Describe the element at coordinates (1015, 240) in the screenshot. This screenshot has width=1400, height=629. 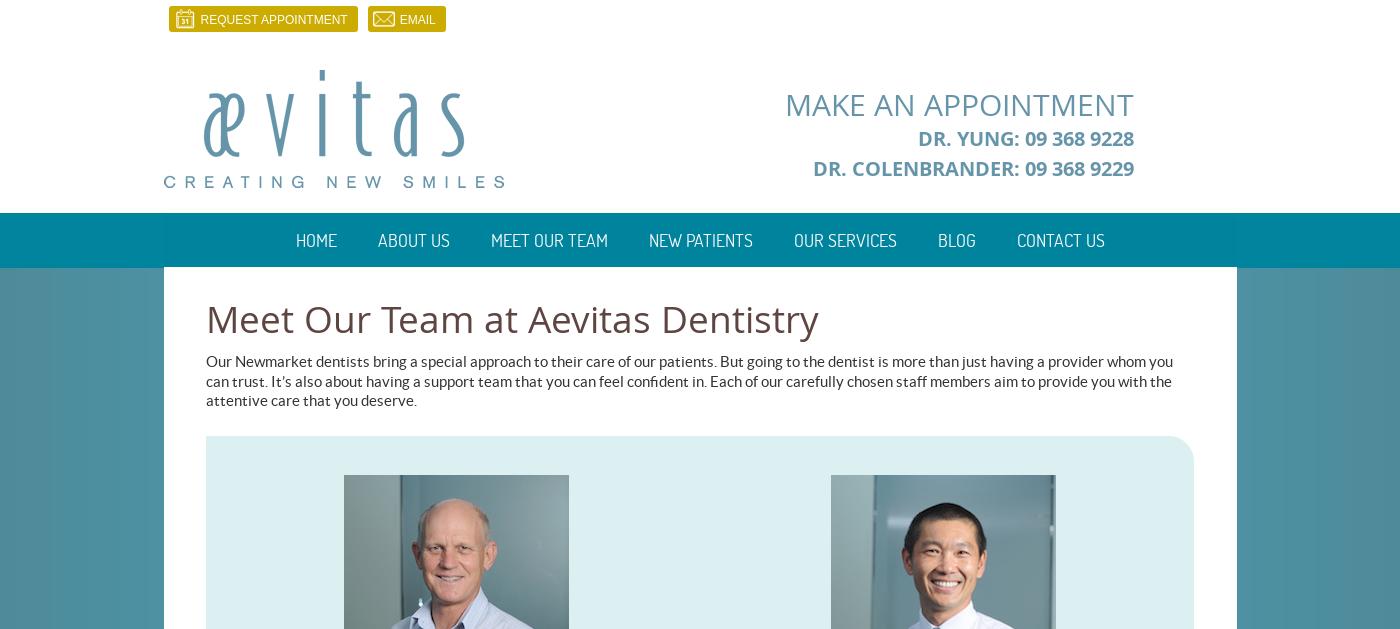
I see `'Contact Us'` at that location.